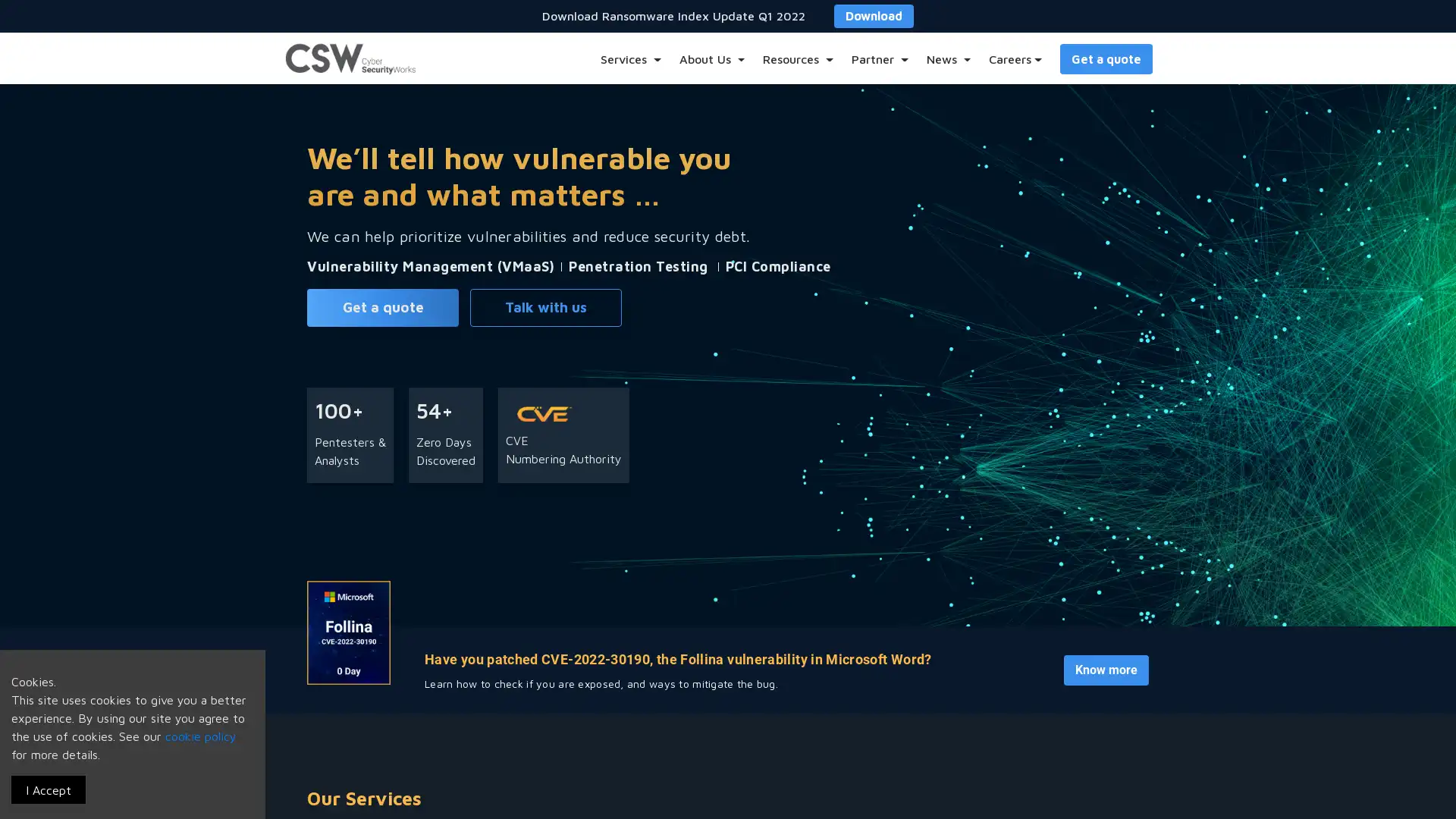 The image size is (1456, 819). What do you see at coordinates (48, 789) in the screenshot?
I see `I Accept` at bounding box center [48, 789].